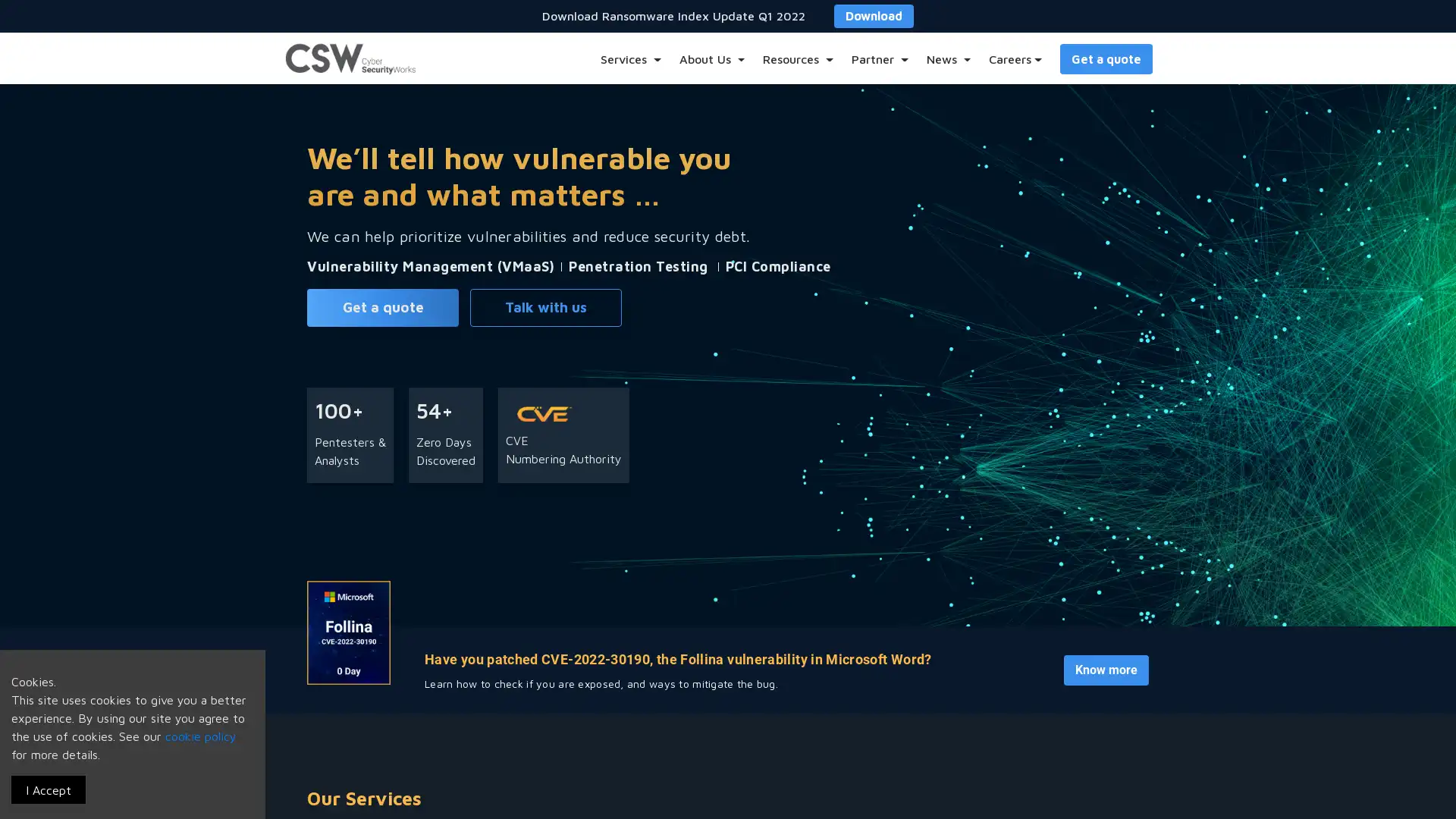 The image size is (1456, 819). What do you see at coordinates (48, 789) in the screenshot?
I see `I Accept` at bounding box center [48, 789].